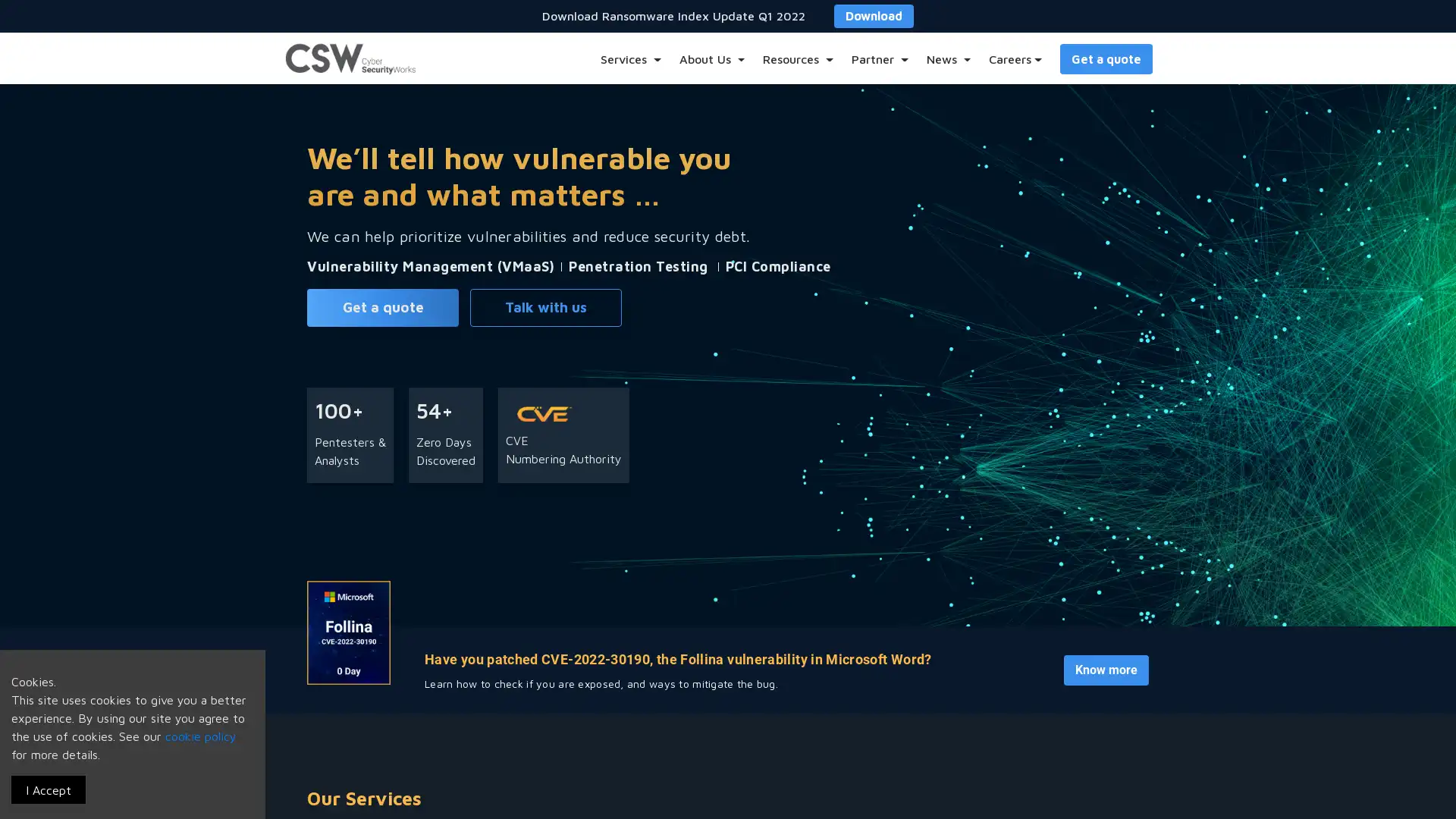 The image size is (1456, 819). What do you see at coordinates (48, 789) in the screenshot?
I see `I Accept` at bounding box center [48, 789].